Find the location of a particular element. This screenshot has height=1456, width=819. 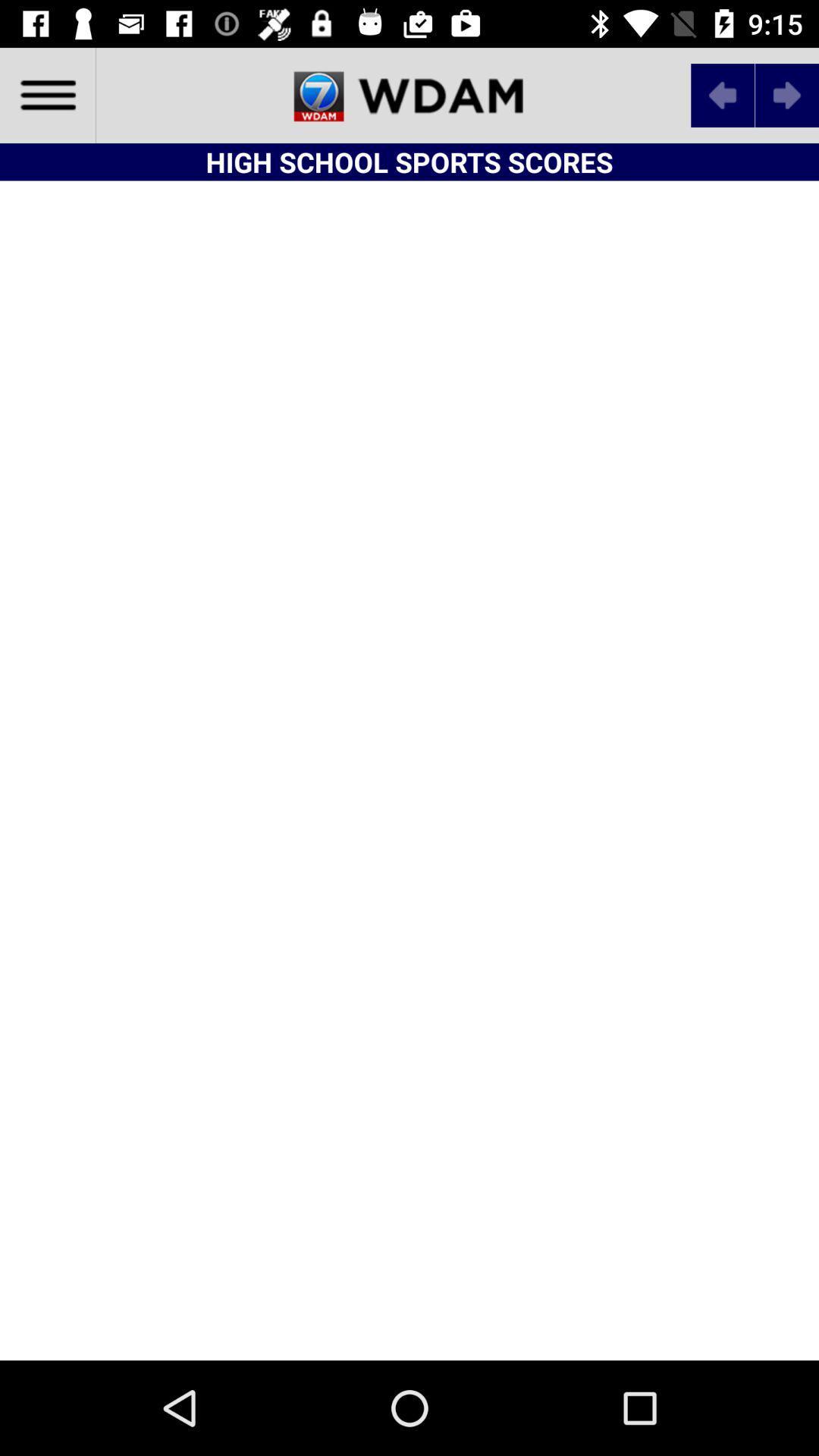

the arrow_forward icon is located at coordinates (786, 94).